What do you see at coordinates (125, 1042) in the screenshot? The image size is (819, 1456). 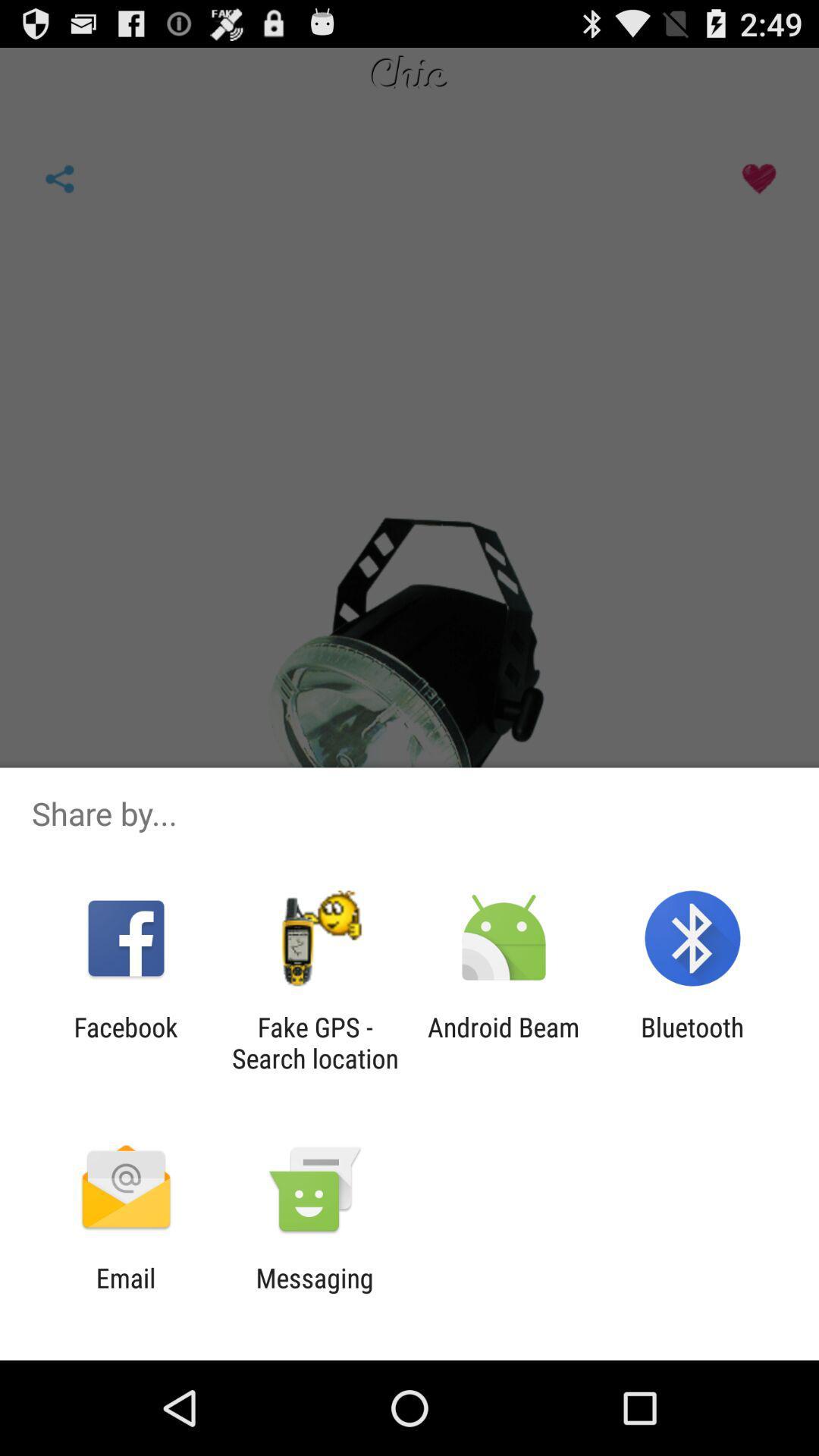 I see `app next to the fake gps search icon` at bounding box center [125, 1042].